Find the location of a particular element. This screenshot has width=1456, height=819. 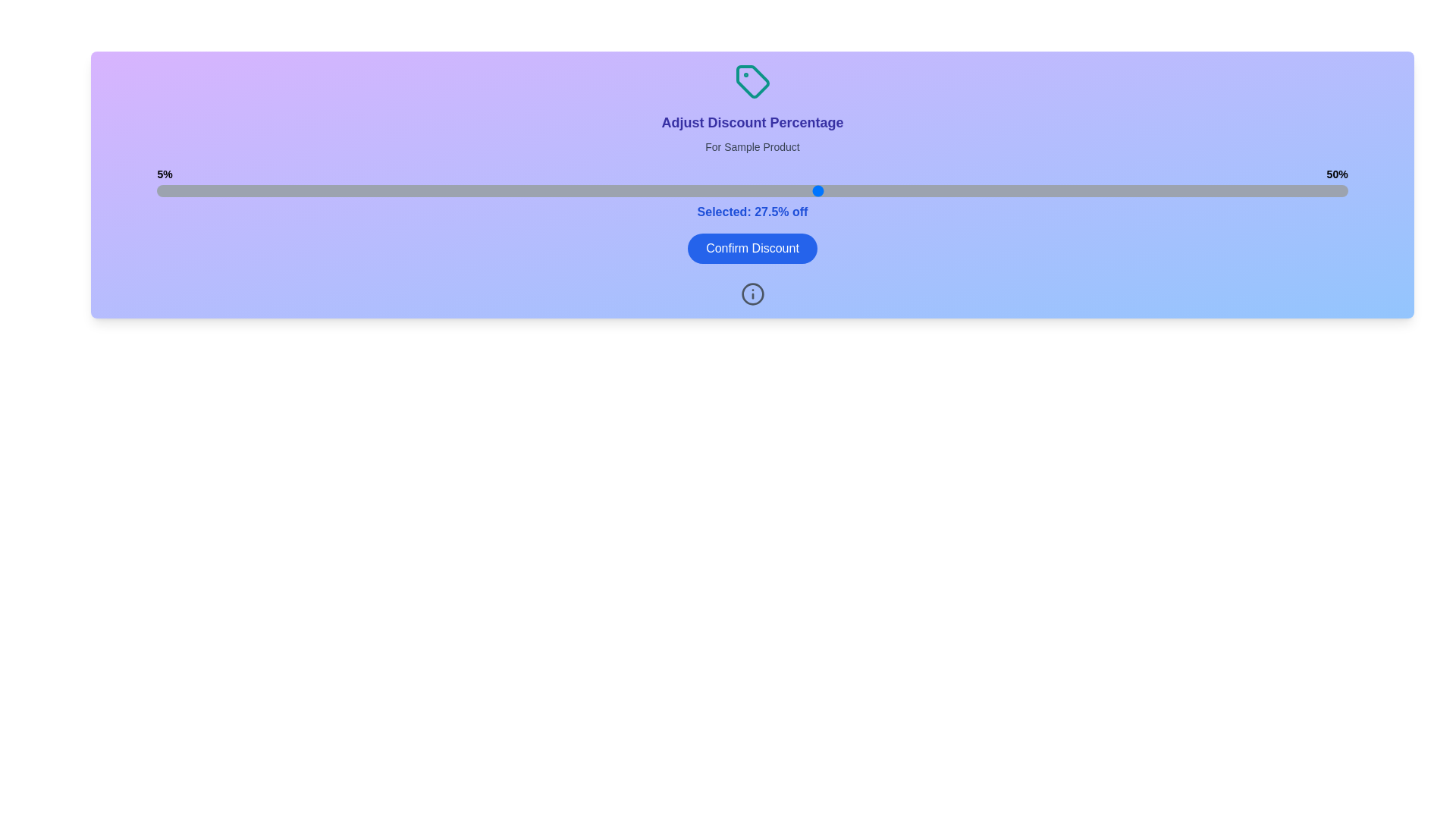

the discount percentage is located at coordinates (898, 190).